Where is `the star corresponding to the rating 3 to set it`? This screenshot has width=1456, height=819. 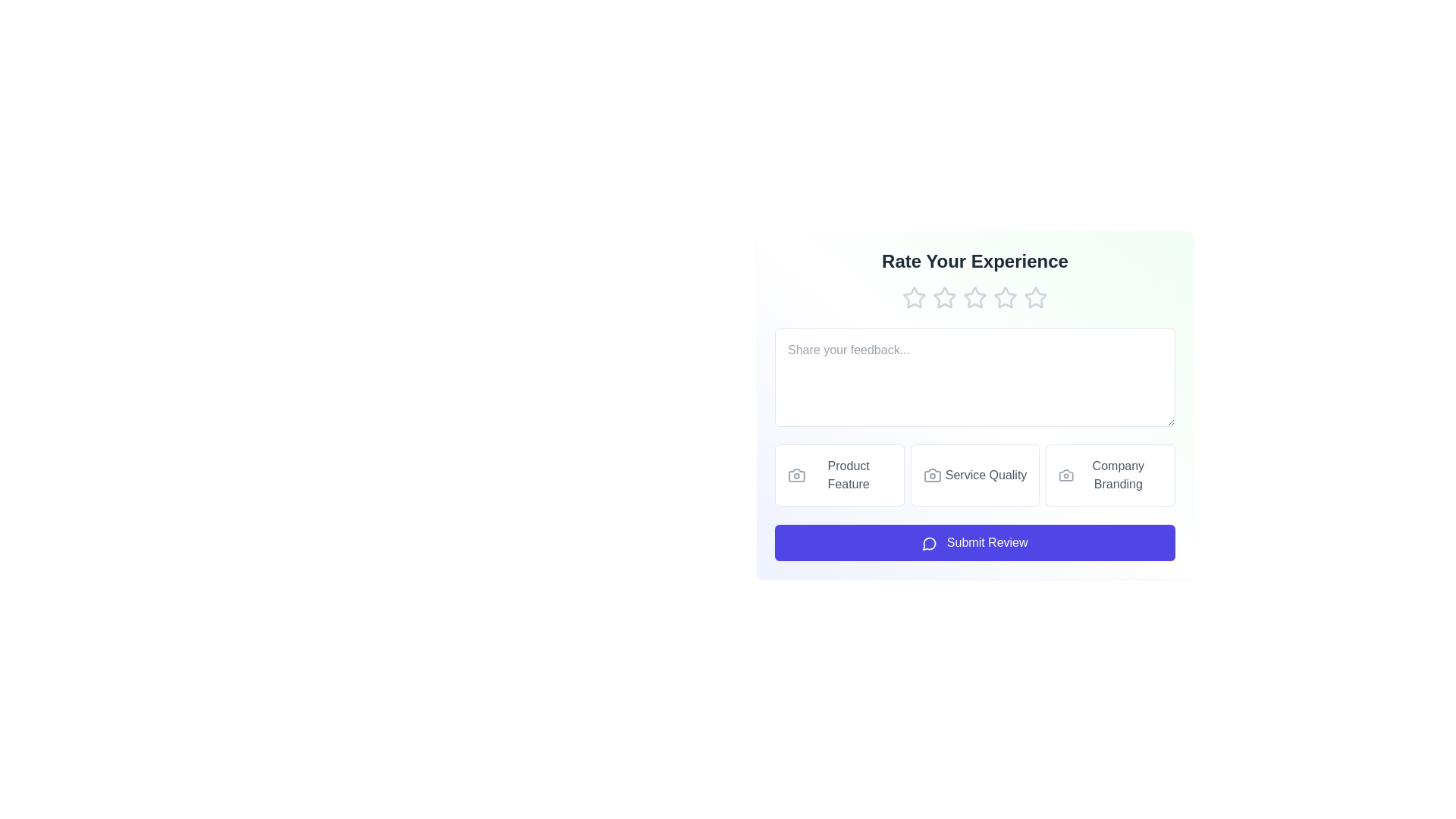
the star corresponding to the rating 3 to set it is located at coordinates (975, 298).